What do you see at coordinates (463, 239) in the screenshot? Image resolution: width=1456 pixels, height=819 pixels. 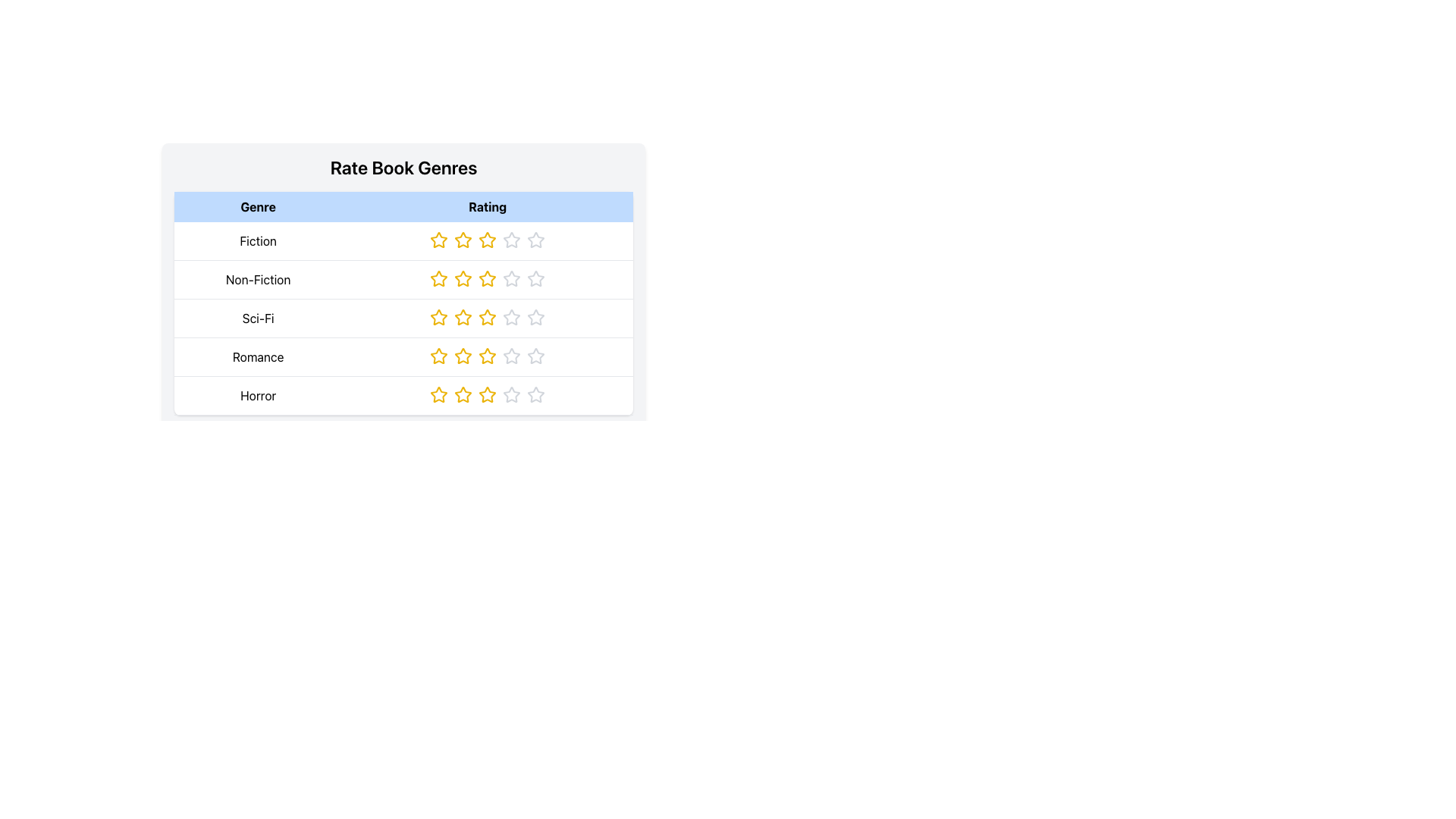 I see `the filled yellow star icon, which is the second star in the rating group under the 'Fiction' row header` at bounding box center [463, 239].